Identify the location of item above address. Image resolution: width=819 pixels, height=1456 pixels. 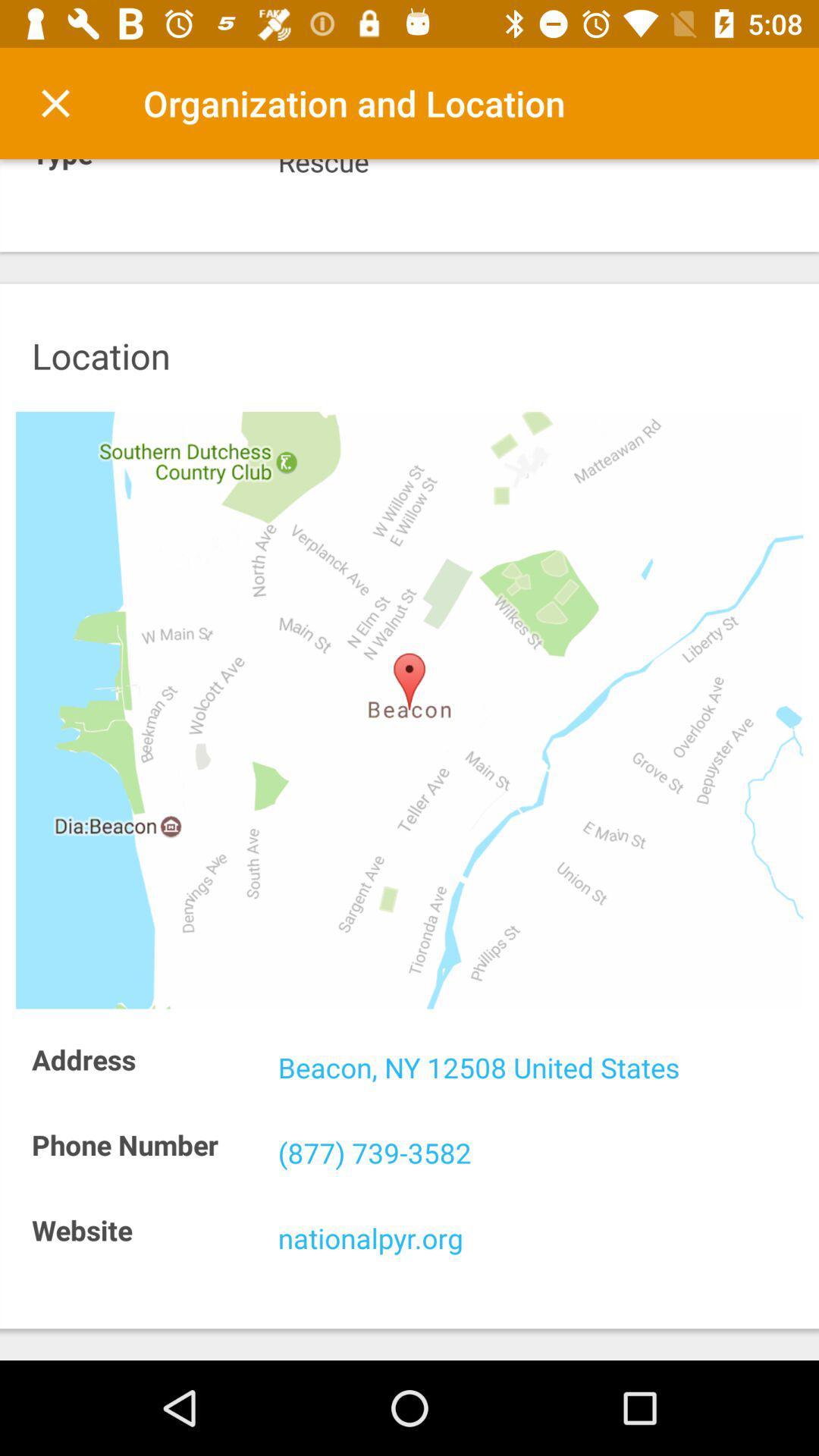
(409, 709).